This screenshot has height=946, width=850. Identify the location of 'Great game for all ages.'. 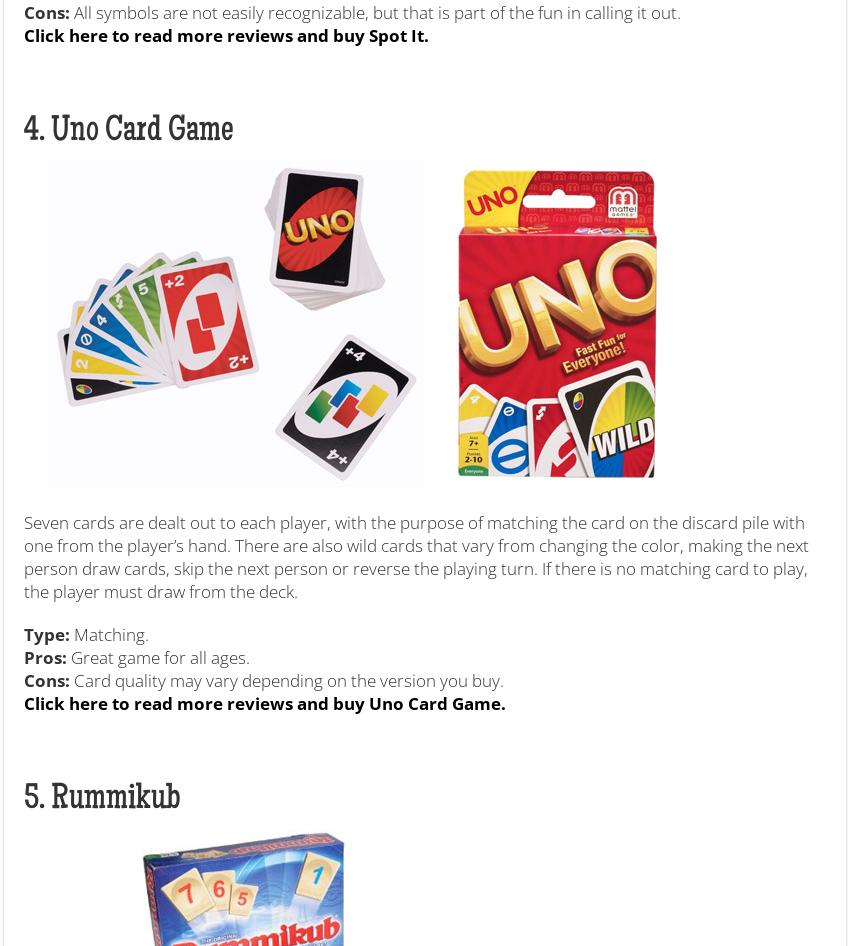
(158, 656).